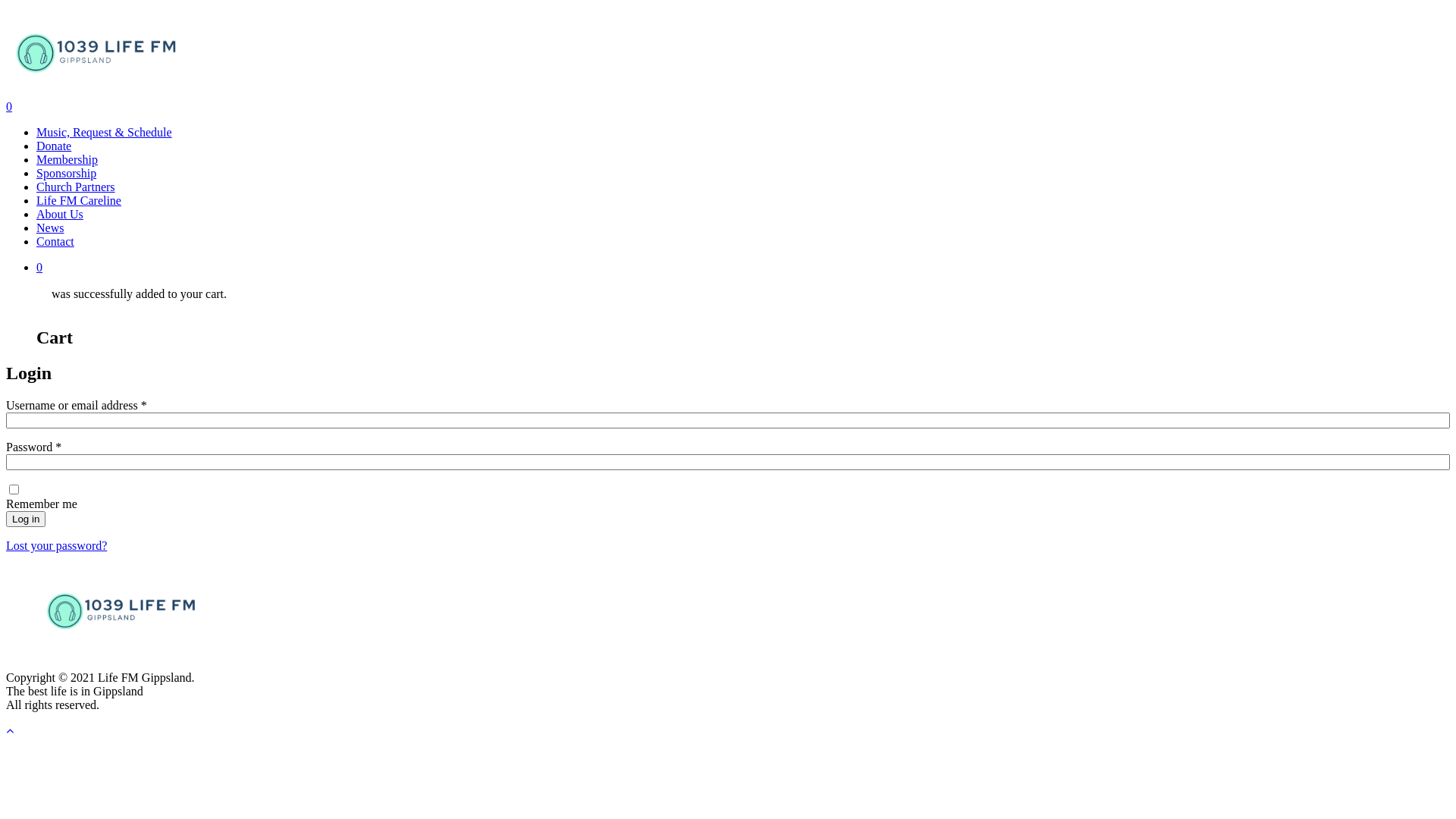 The height and width of the screenshot is (819, 1456). What do you see at coordinates (66, 159) in the screenshot?
I see `'Membership'` at bounding box center [66, 159].